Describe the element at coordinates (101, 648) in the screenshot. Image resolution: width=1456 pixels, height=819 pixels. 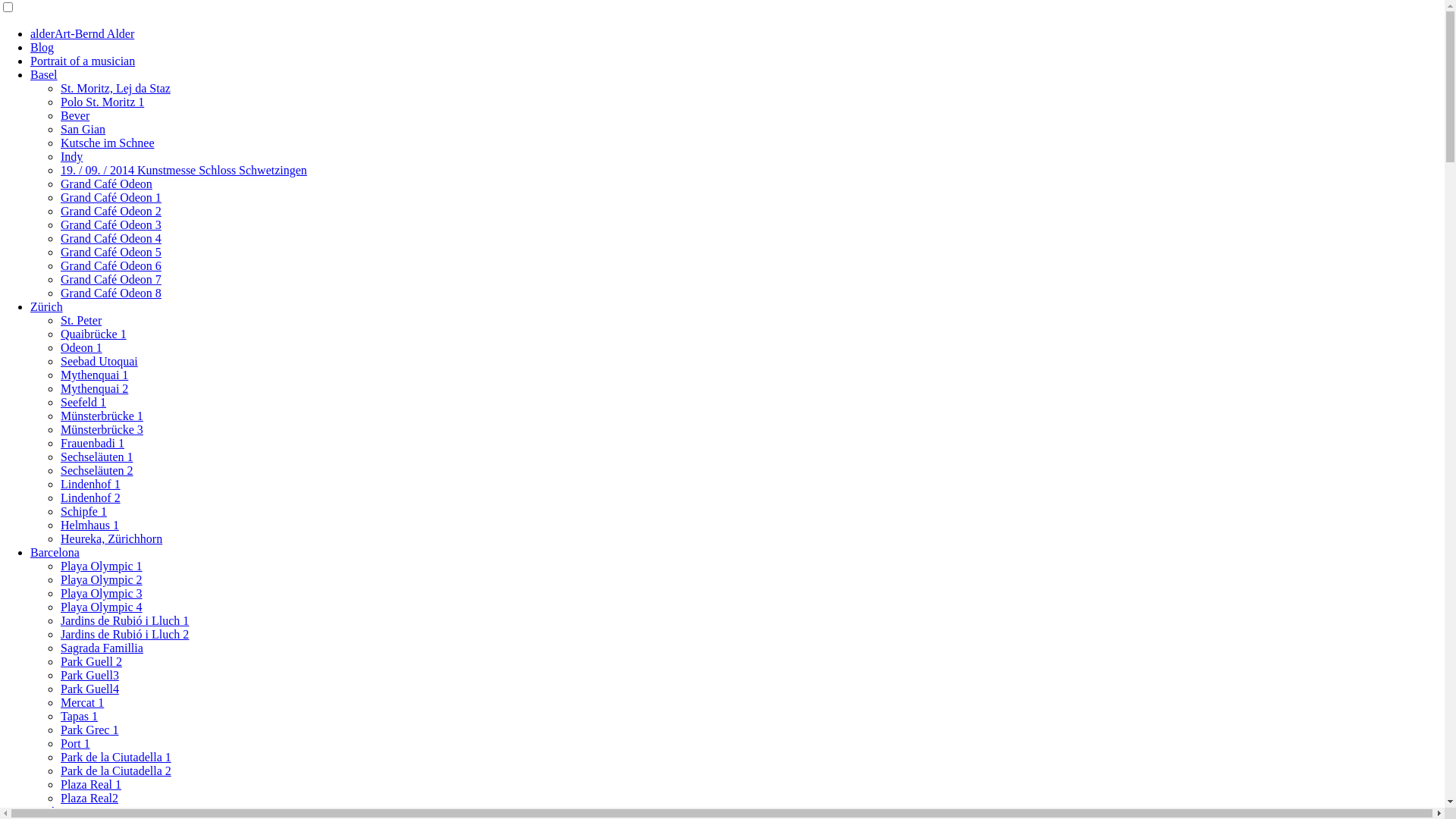
I see `'Sagrada Famillia'` at that location.